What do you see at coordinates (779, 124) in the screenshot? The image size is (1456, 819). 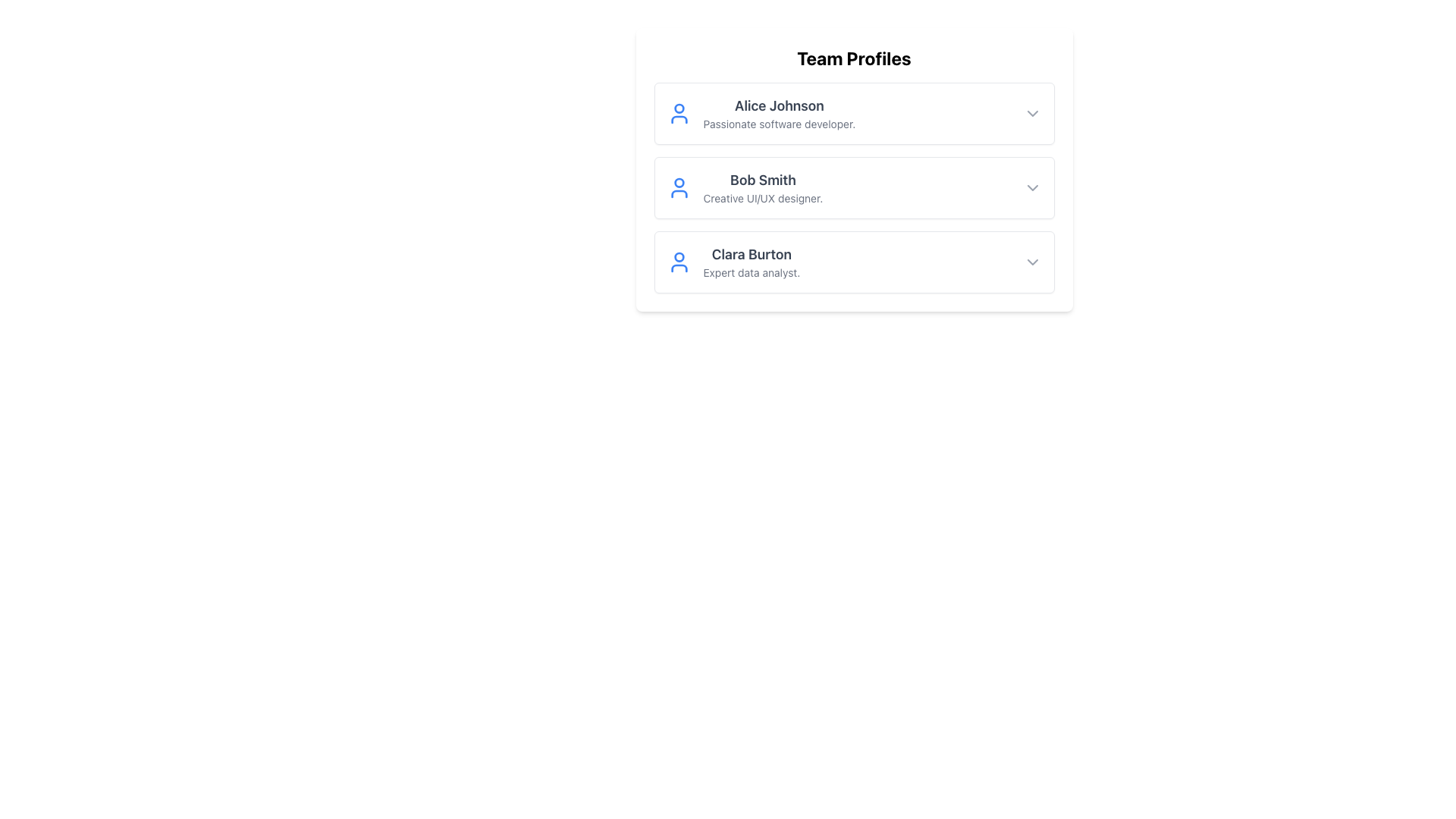 I see `the text label displaying 'Passionate software developer.' which is located directly beneath 'Alice Johnson' in the Team Profiles section` at bounding box center [779, 124].